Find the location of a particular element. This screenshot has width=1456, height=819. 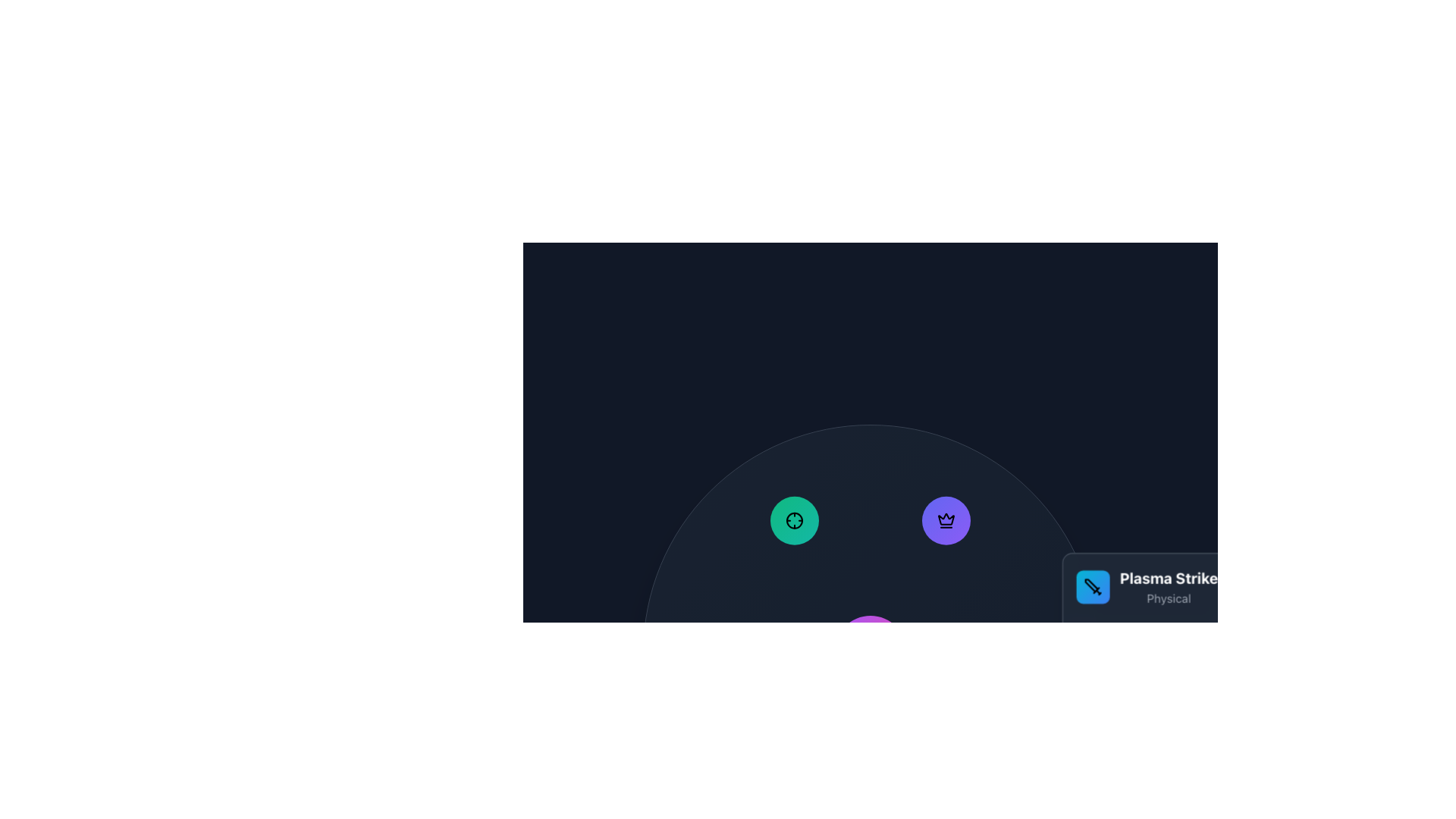

the text label element that reads 'Physical', styled in a small light gray font beneath the bold white text 'Plasma Strike' is located at coordinates (1168, 598).